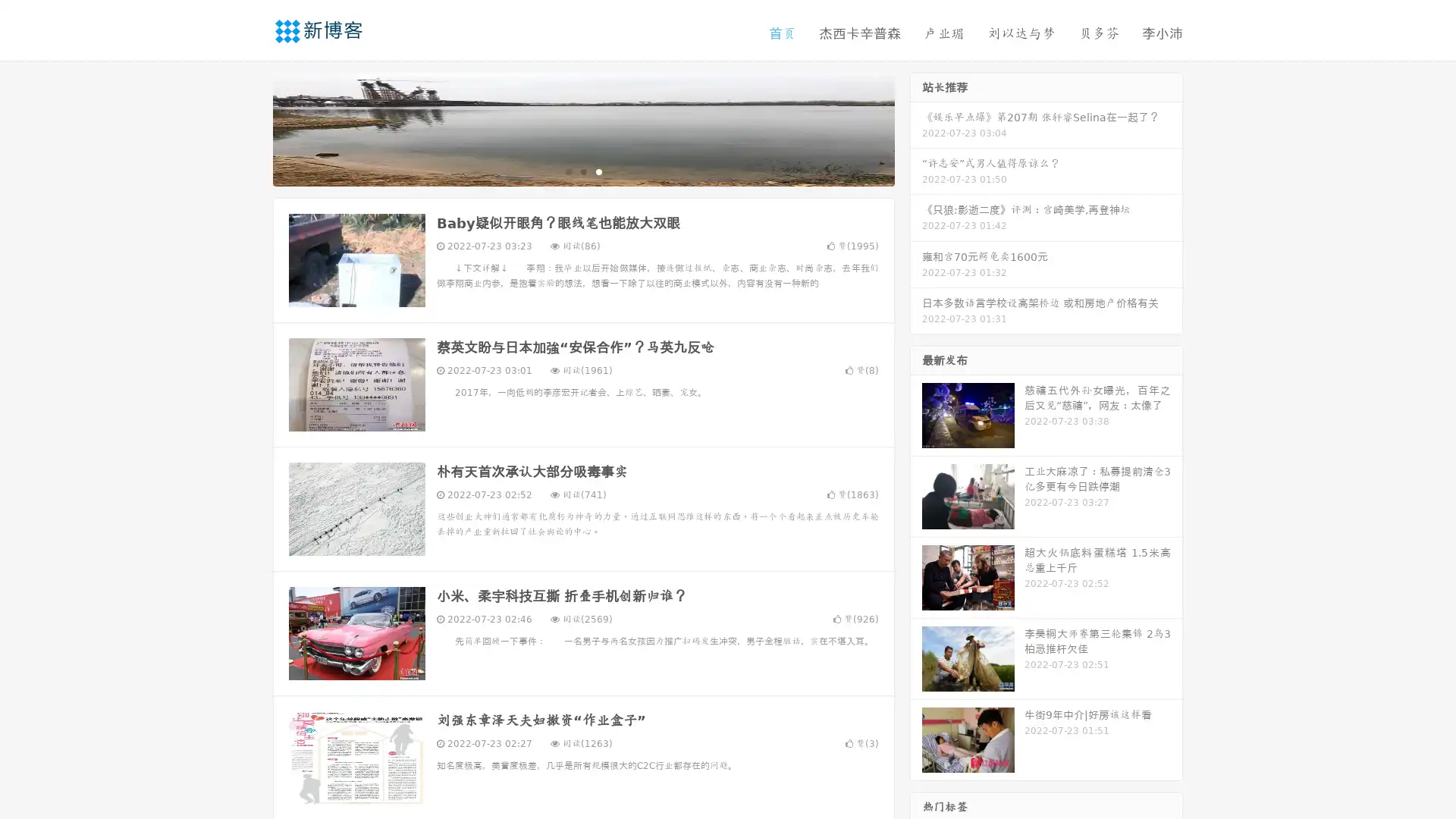 The width and height of the screenshot is (1456, 819). I want to click on Go to slide 1, so click(567, 171).